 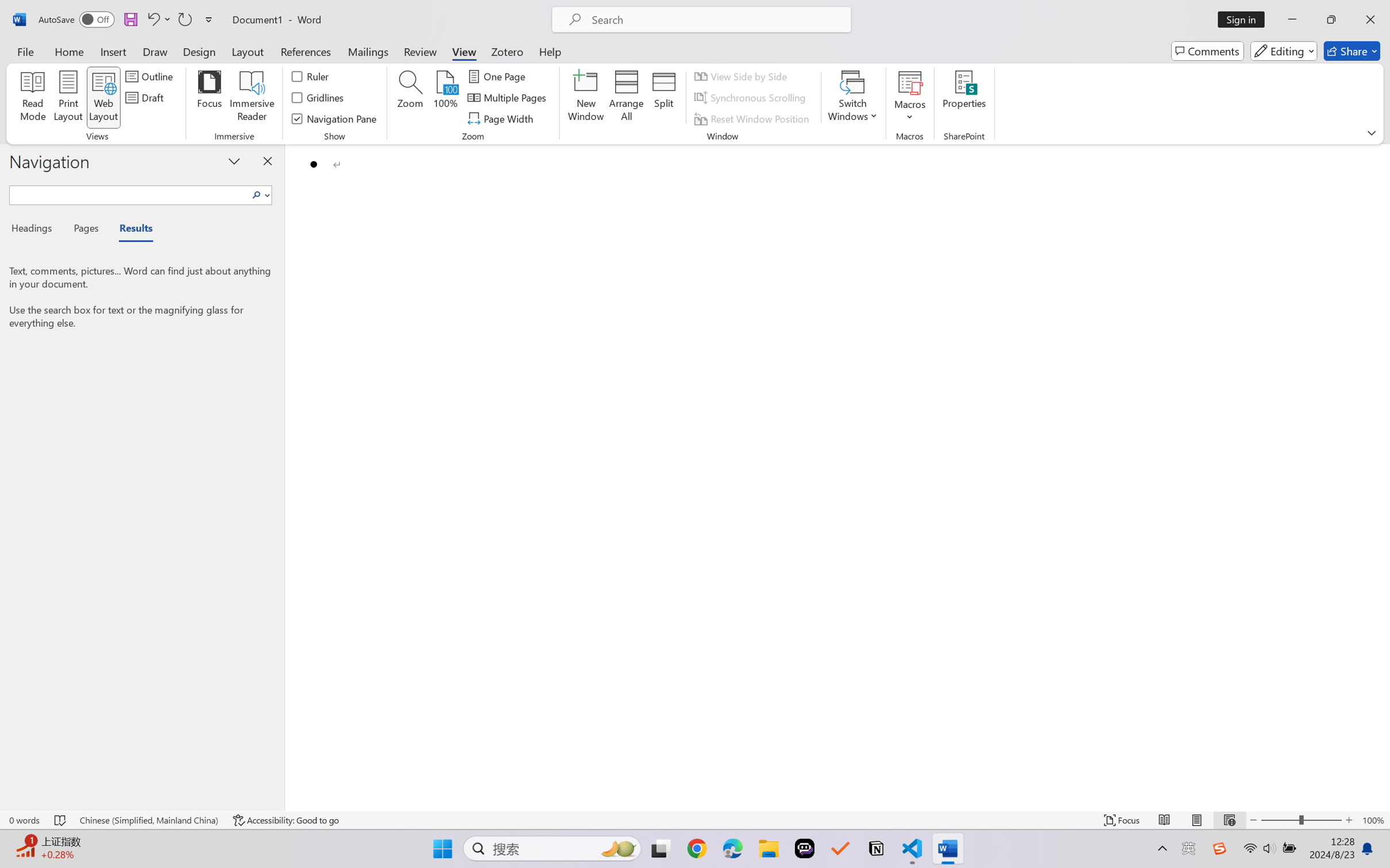 I want to click on 'Results', so click(x=130, y=230).